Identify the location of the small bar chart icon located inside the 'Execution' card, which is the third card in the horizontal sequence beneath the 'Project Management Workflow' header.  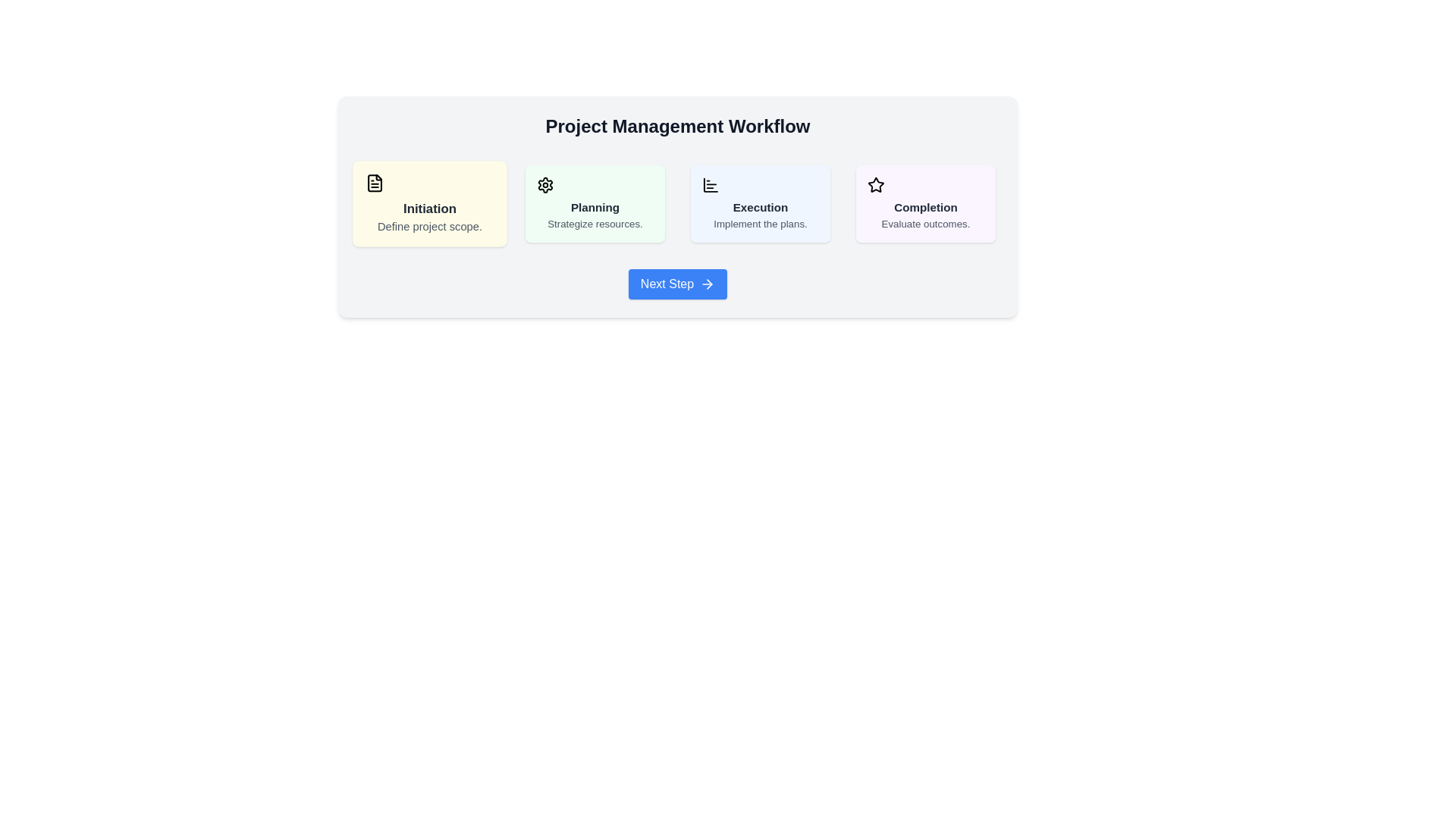
(710, 184).